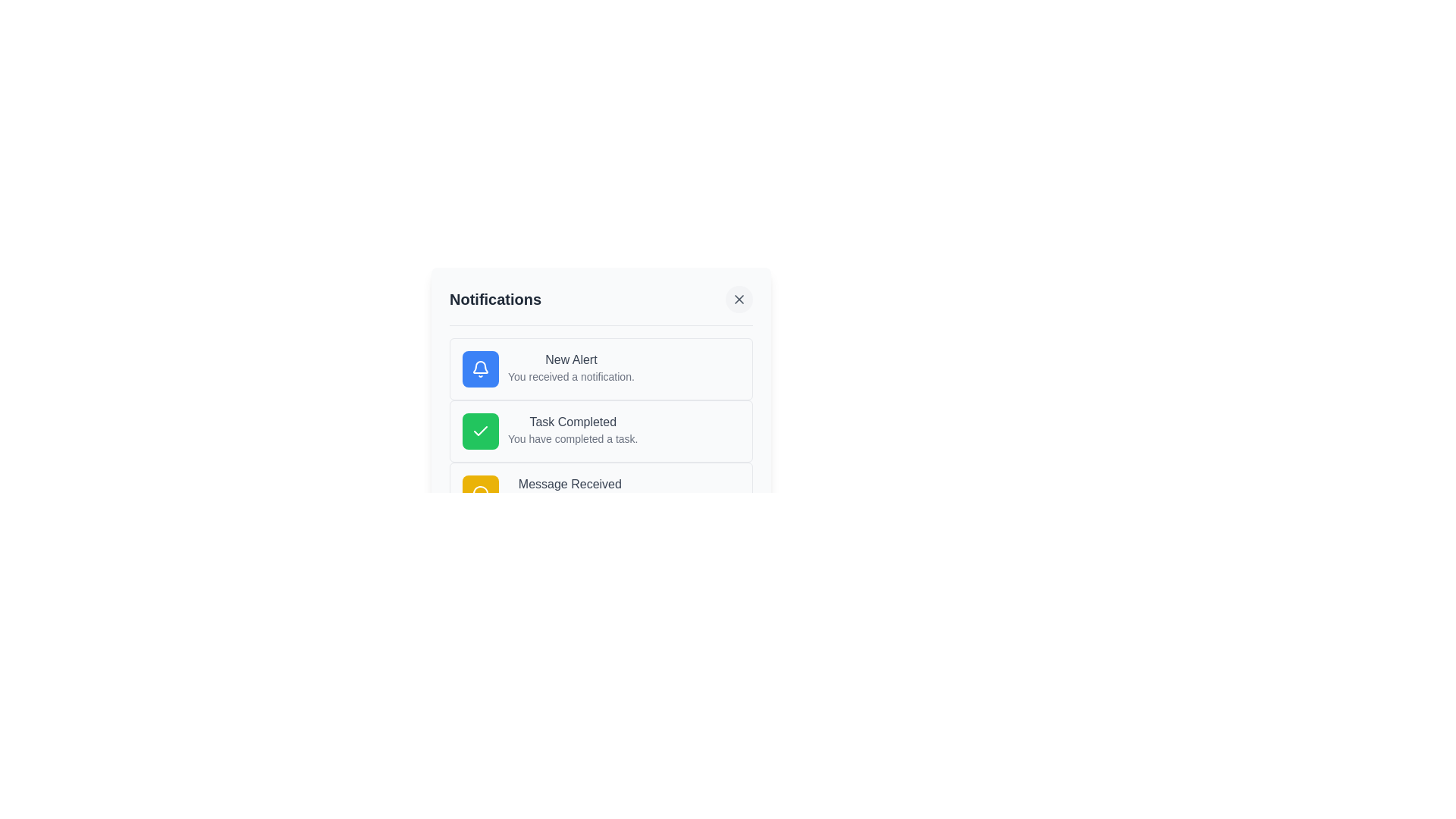 Image resolution: width=1456 pixels, height=819 pixels. I want to click on the task completion status icon located to the left of the 'Task Completed' notification text, which is the second item in the notification list, so click(479, 431).